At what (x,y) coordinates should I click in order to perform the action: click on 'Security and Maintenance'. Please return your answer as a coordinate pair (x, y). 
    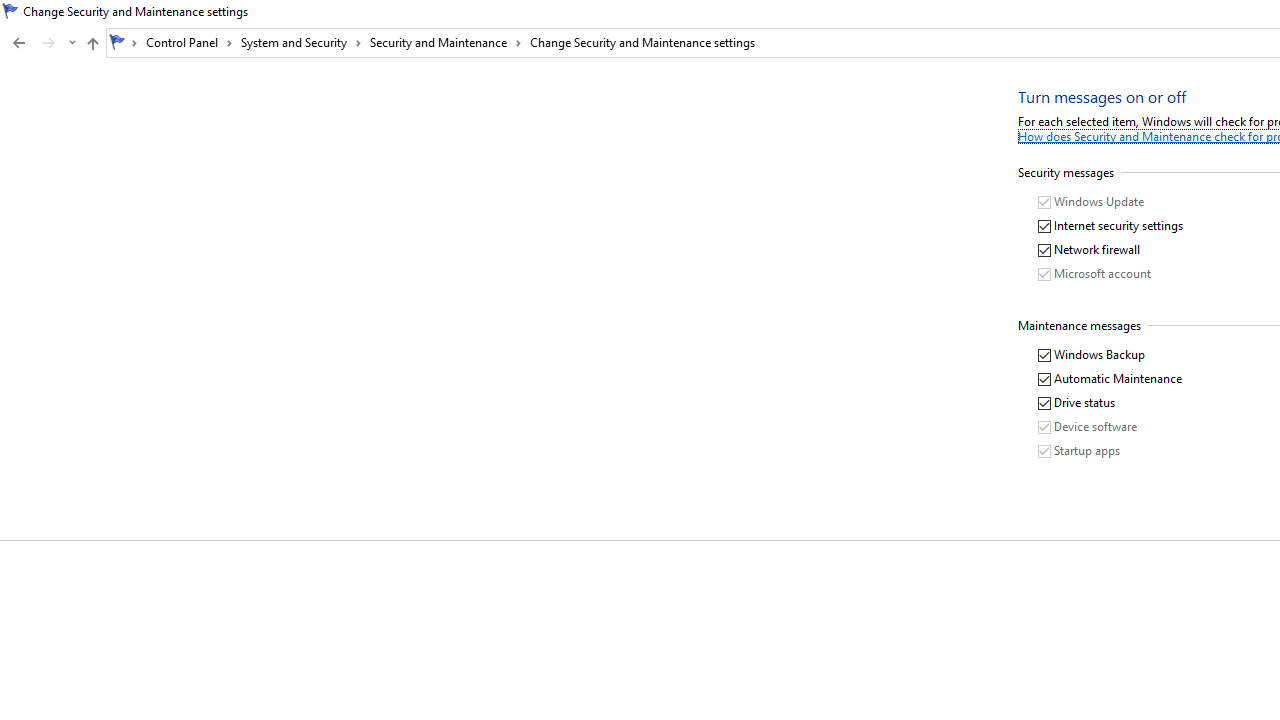
    Looking at the image, I should click on (445, 42).